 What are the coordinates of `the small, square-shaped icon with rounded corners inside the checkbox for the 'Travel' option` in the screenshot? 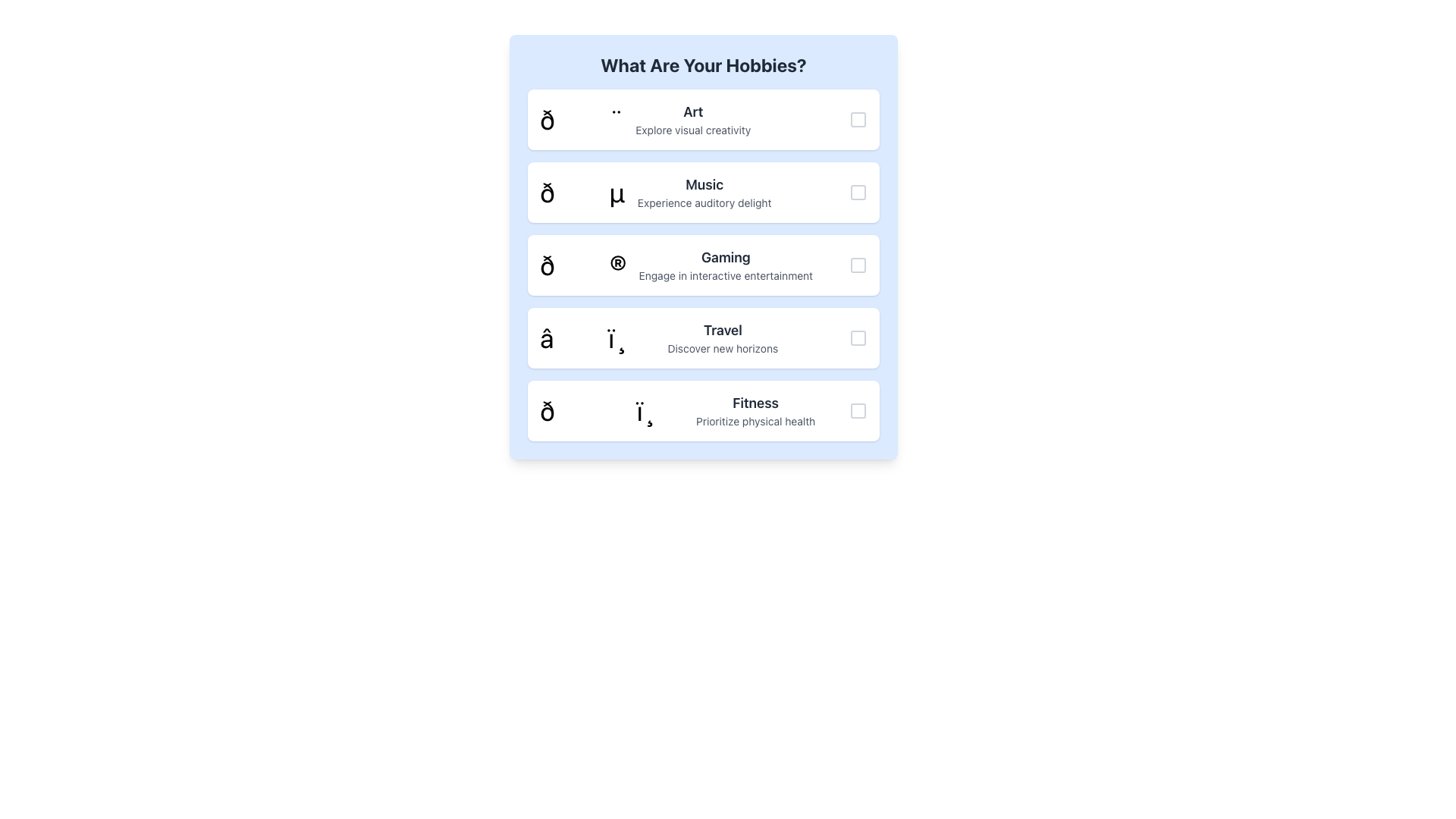 It's located at (858, 337).